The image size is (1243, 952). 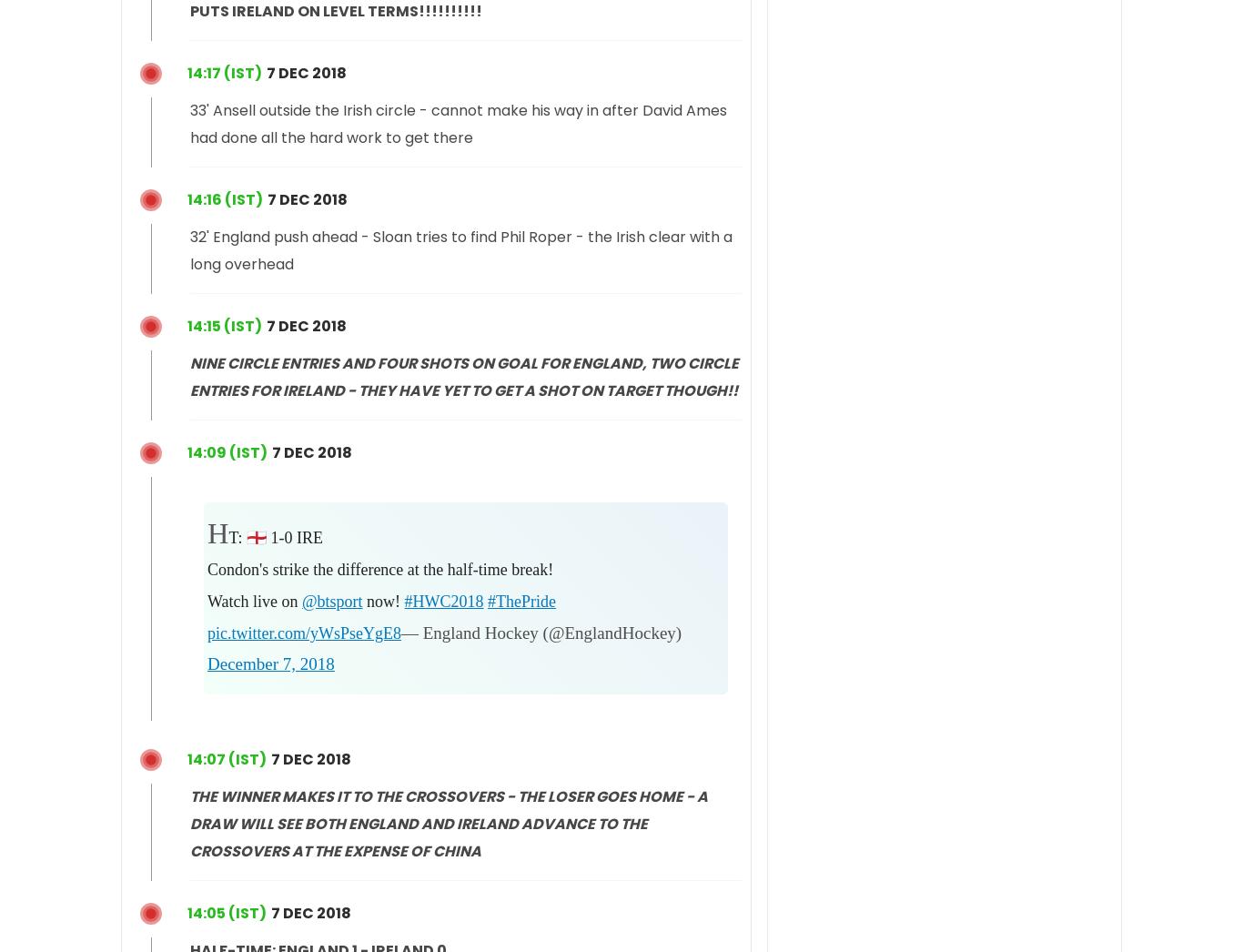 What do you see at coordinates (227, 451) in the screenshot?
I see `'14:09 (IST)'` at bounding box center [227, 451].